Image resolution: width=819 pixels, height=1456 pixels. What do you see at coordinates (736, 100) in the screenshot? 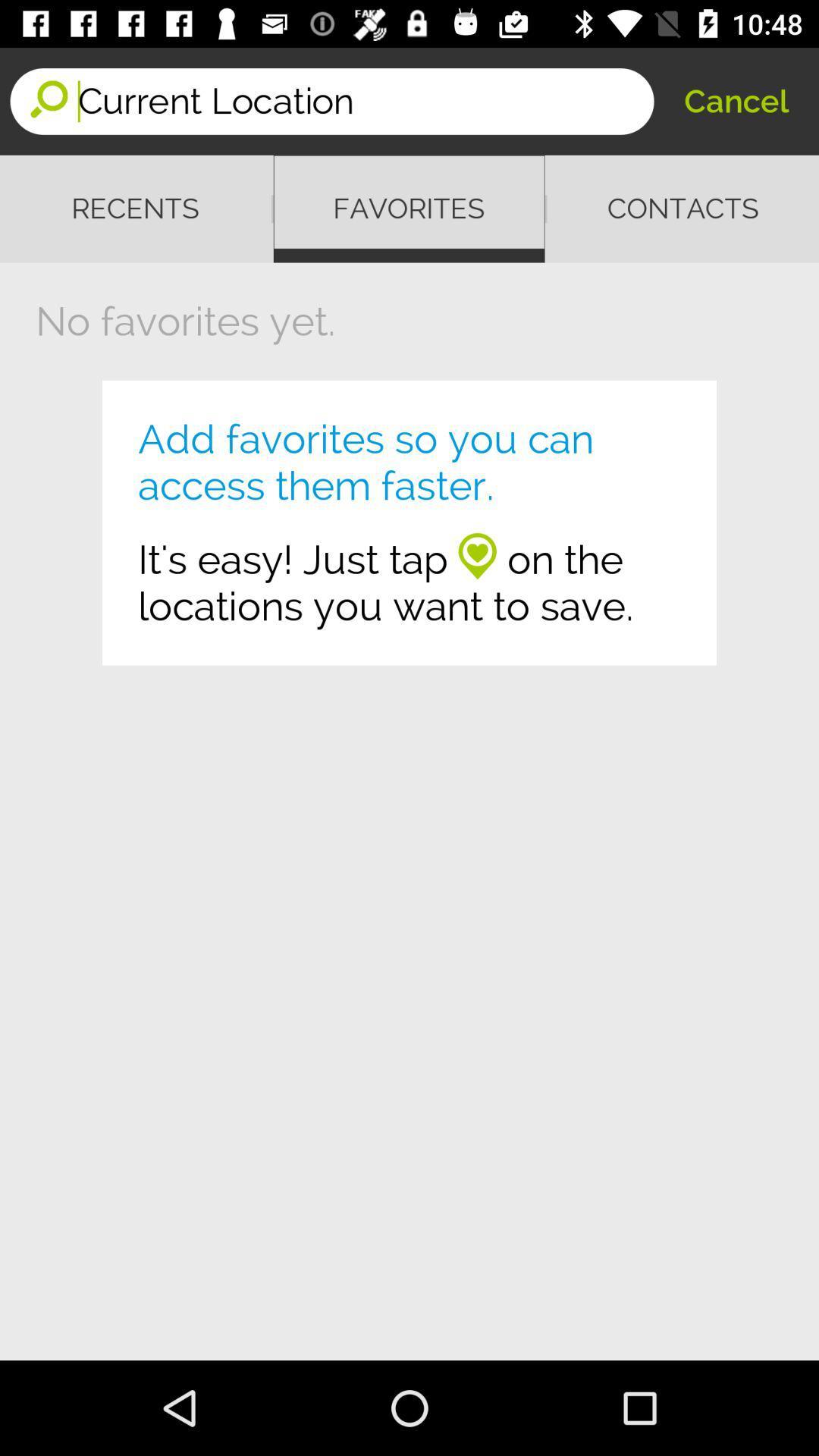
I see `the icon above the contacts icon` at bounding box center [736, 100].